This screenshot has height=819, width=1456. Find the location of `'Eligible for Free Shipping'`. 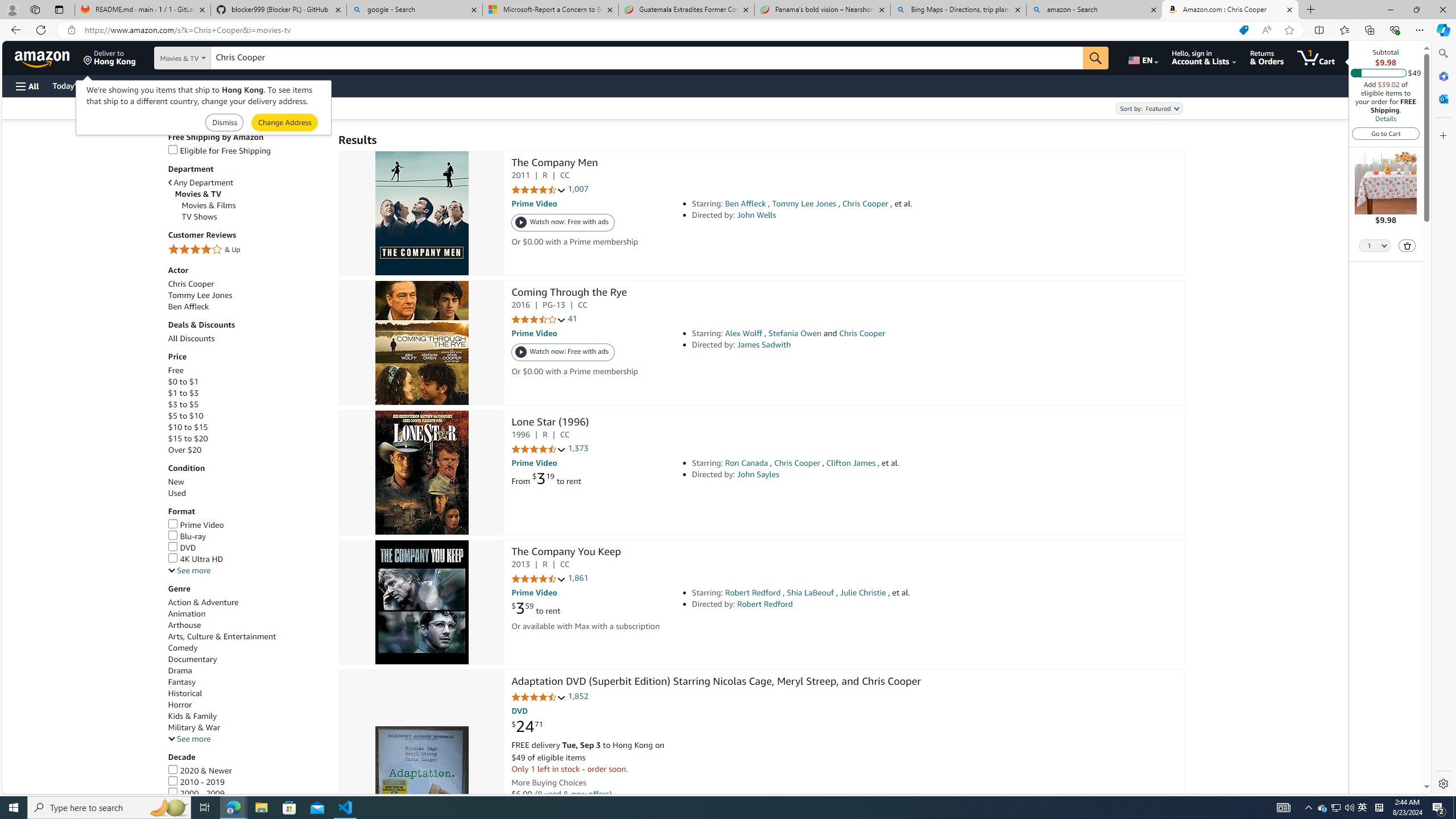

'Eligible for Free Shipping' is located at coordinates (247, 150).